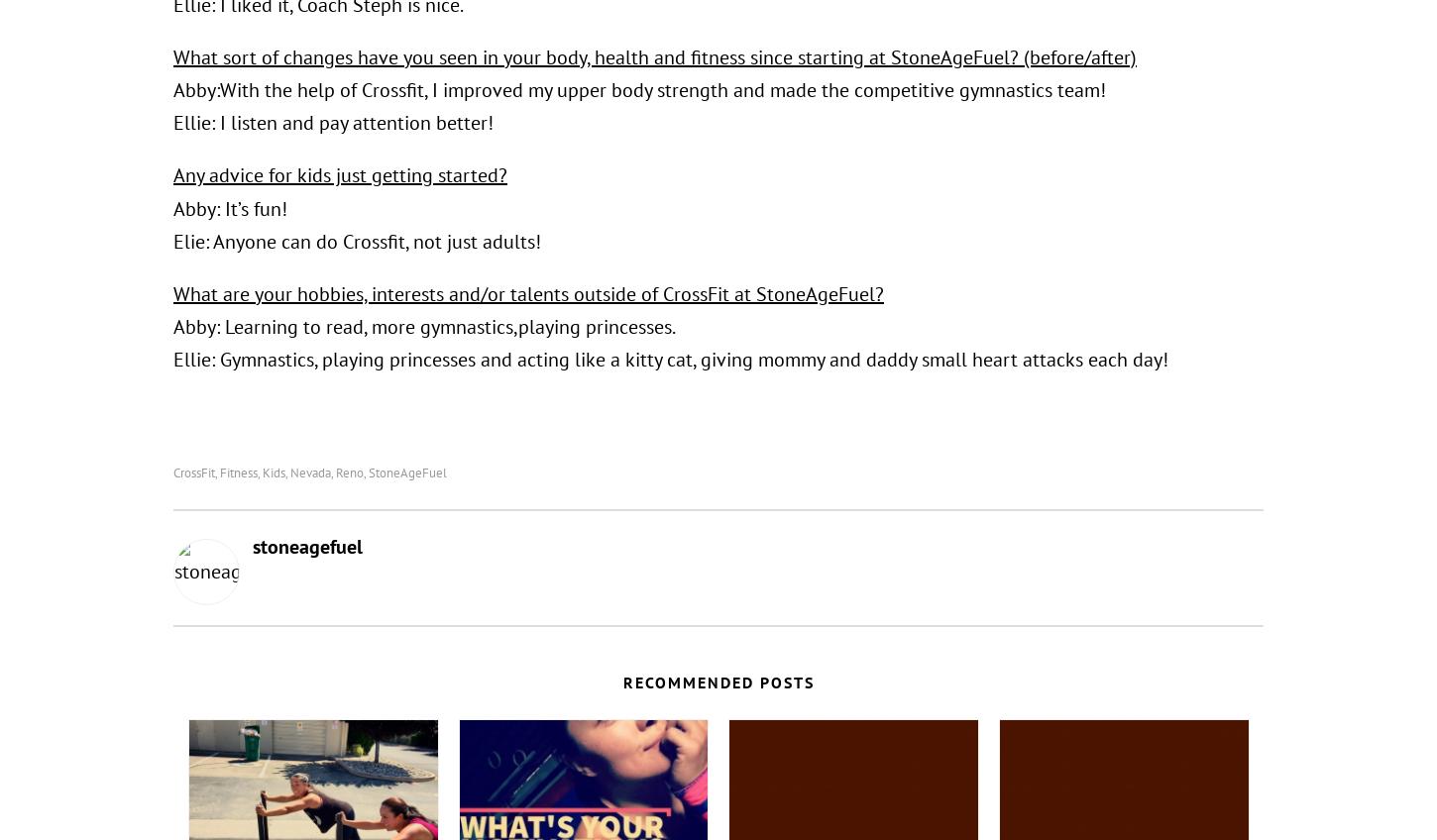 Image resolution: width=1437 pixels, height=840 pixels. I want to click on 'Ellie: Gymnastics, playing princesses and acting like a kitty cat, giving mommy and daddy small heart attacks each day!', so click(670, 359).